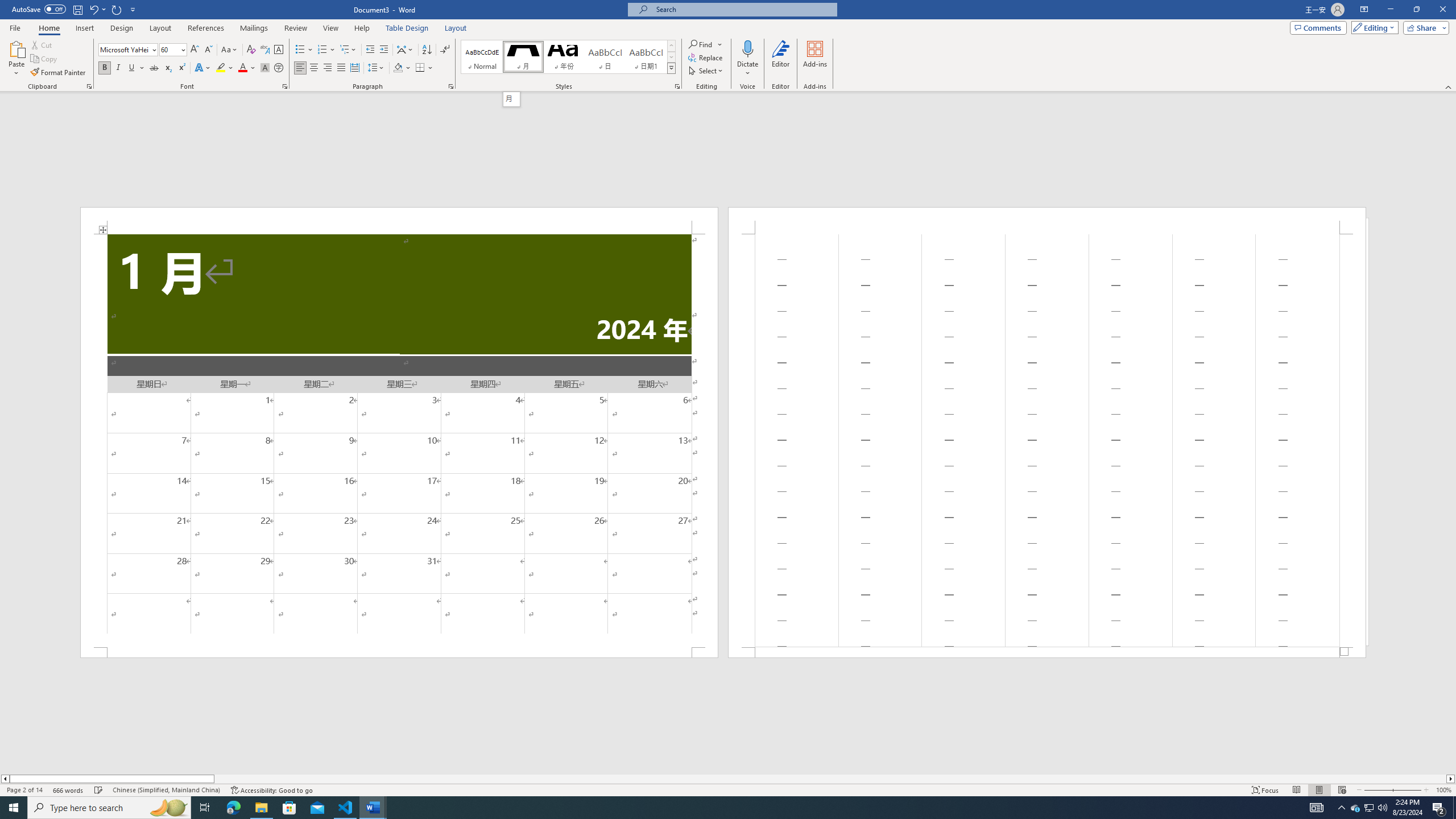  What do you see at coordinates (24, 790) in the screenshot?
I see `'Page Number Page 2 of 14'` at bounding box center [24, 790].